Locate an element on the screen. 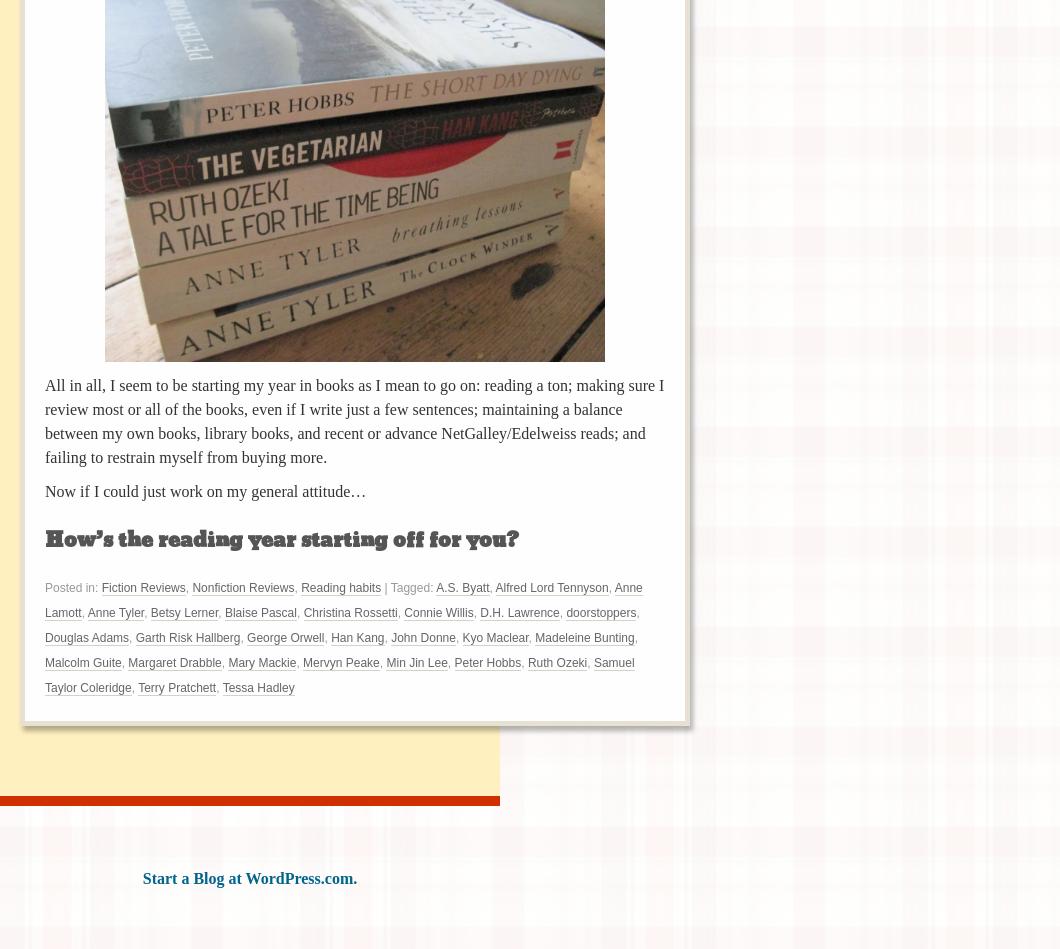  'Margaret Drabble' is located at coordinates (173, 662).